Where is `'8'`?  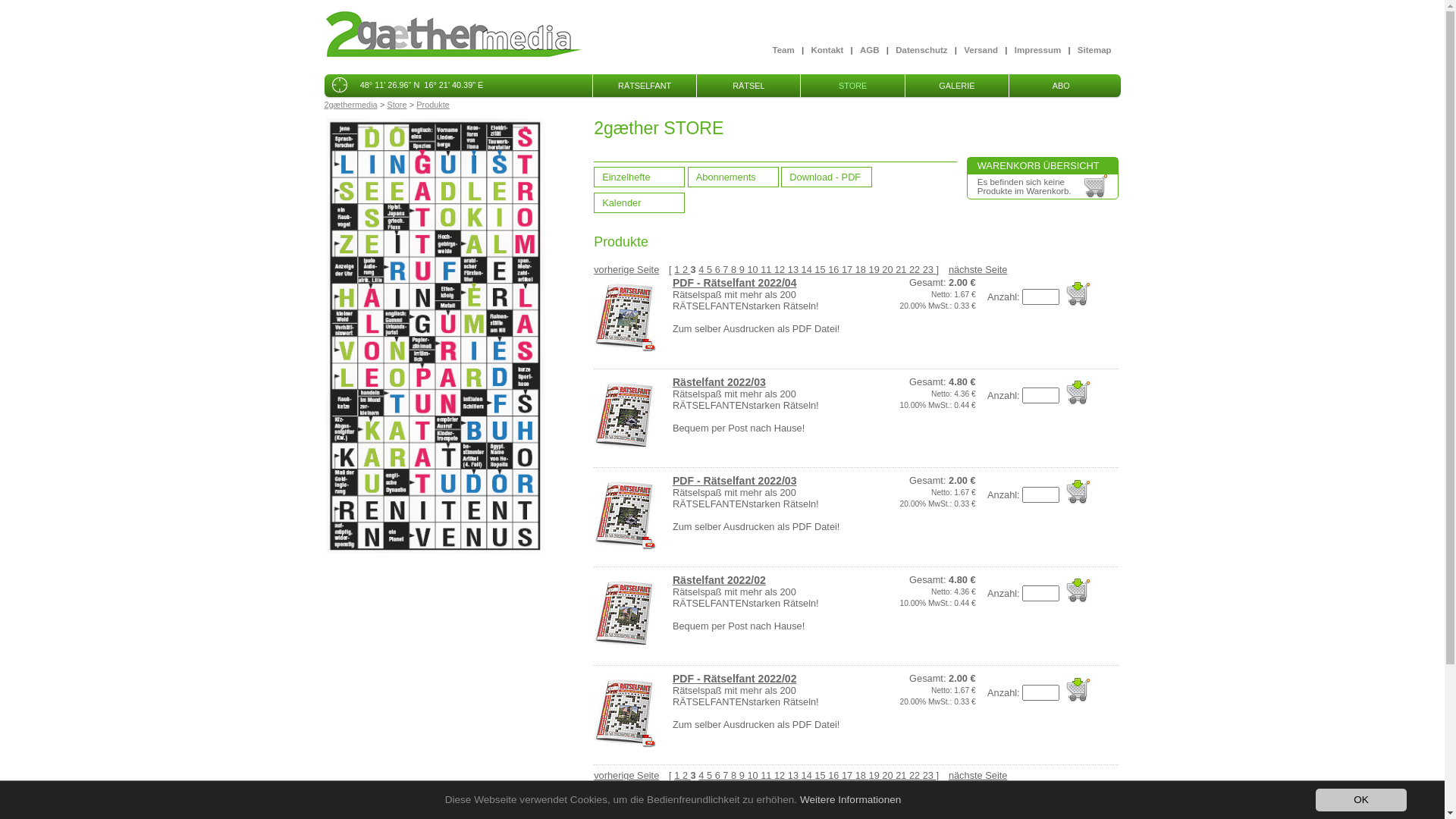
'8' is located at coordinates (731, 268).